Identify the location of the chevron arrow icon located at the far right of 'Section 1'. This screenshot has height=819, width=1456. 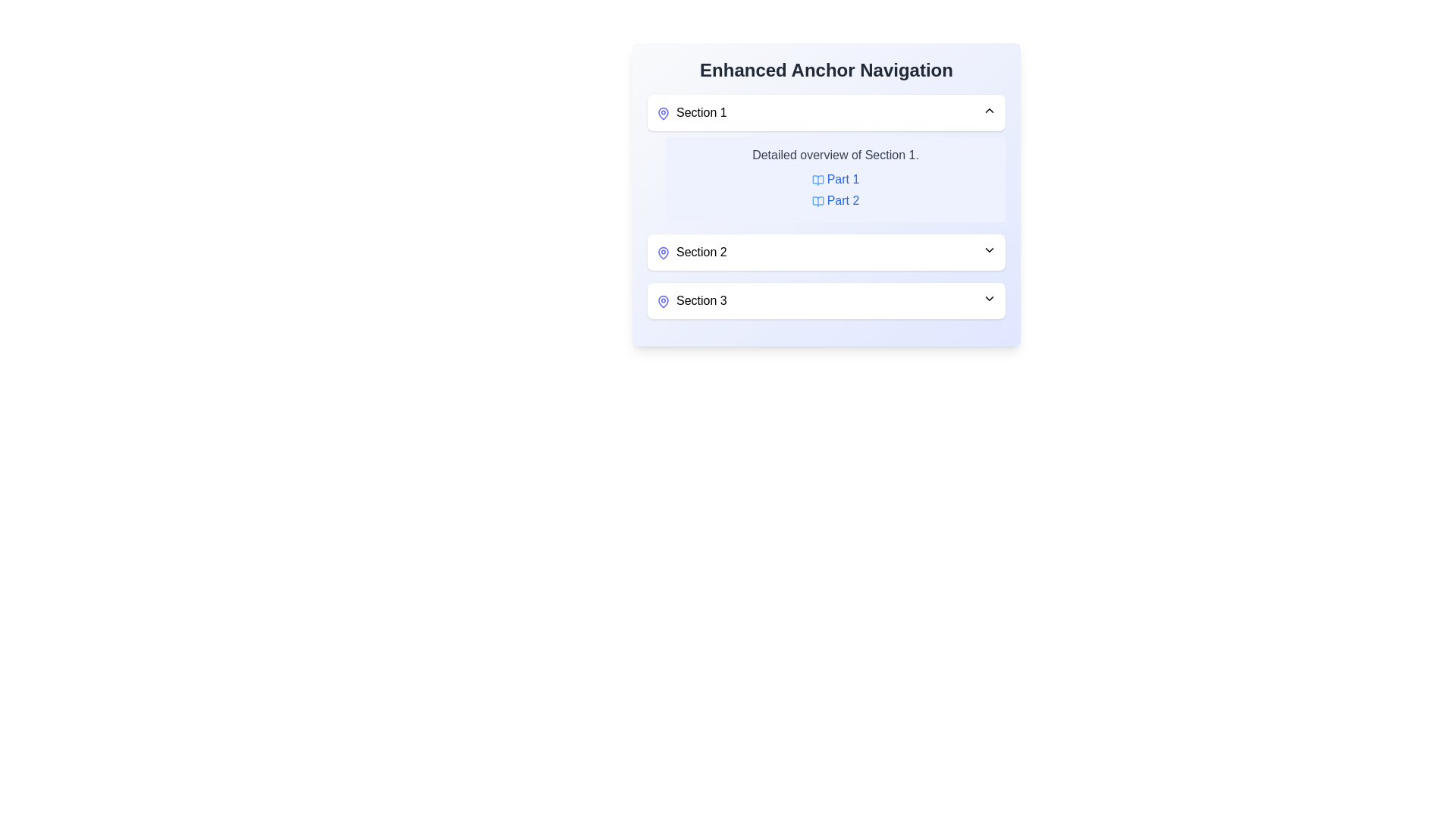
(990, 110).